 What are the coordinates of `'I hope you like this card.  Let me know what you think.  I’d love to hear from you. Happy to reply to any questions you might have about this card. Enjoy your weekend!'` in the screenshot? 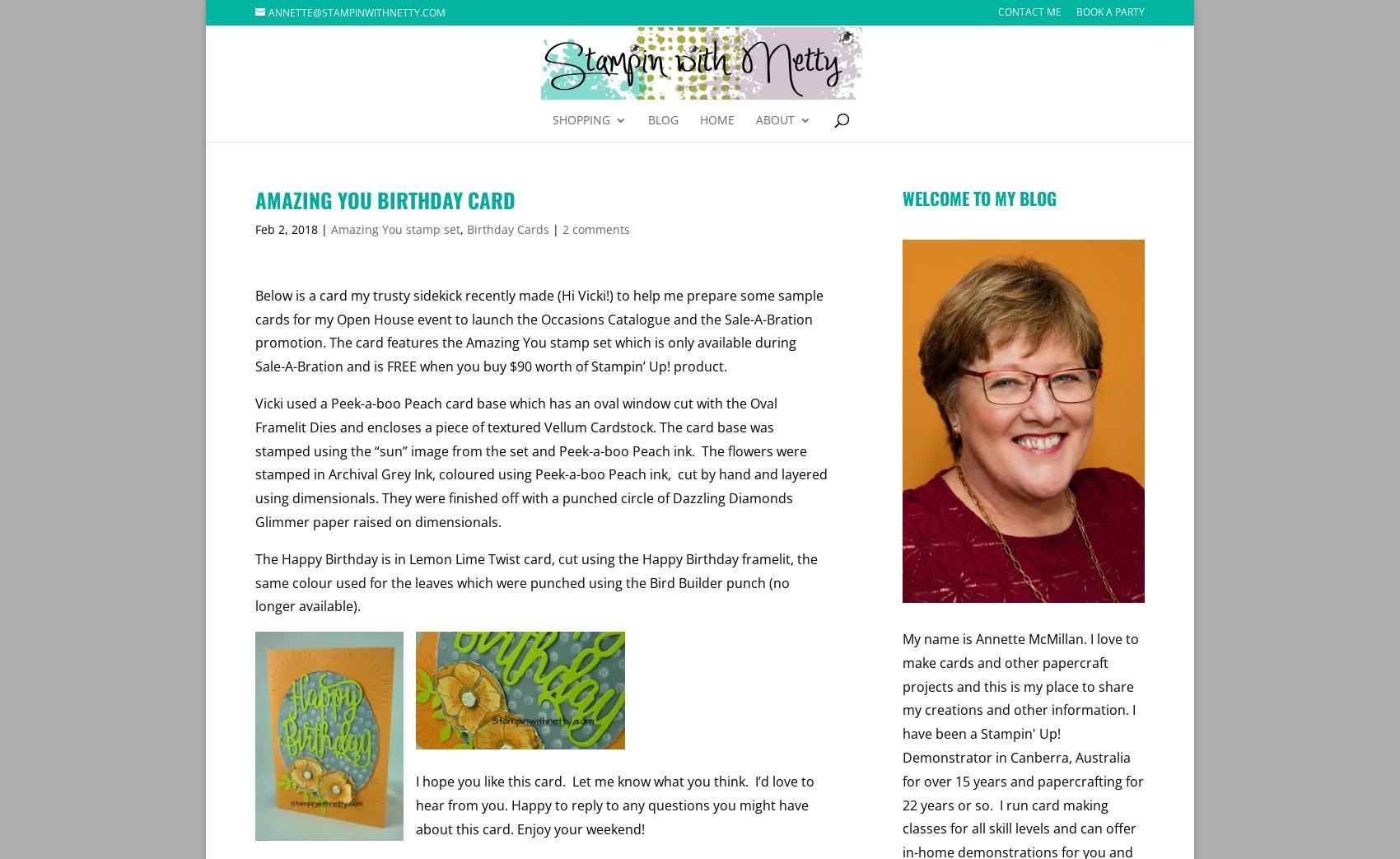 It's located at (614, 805).